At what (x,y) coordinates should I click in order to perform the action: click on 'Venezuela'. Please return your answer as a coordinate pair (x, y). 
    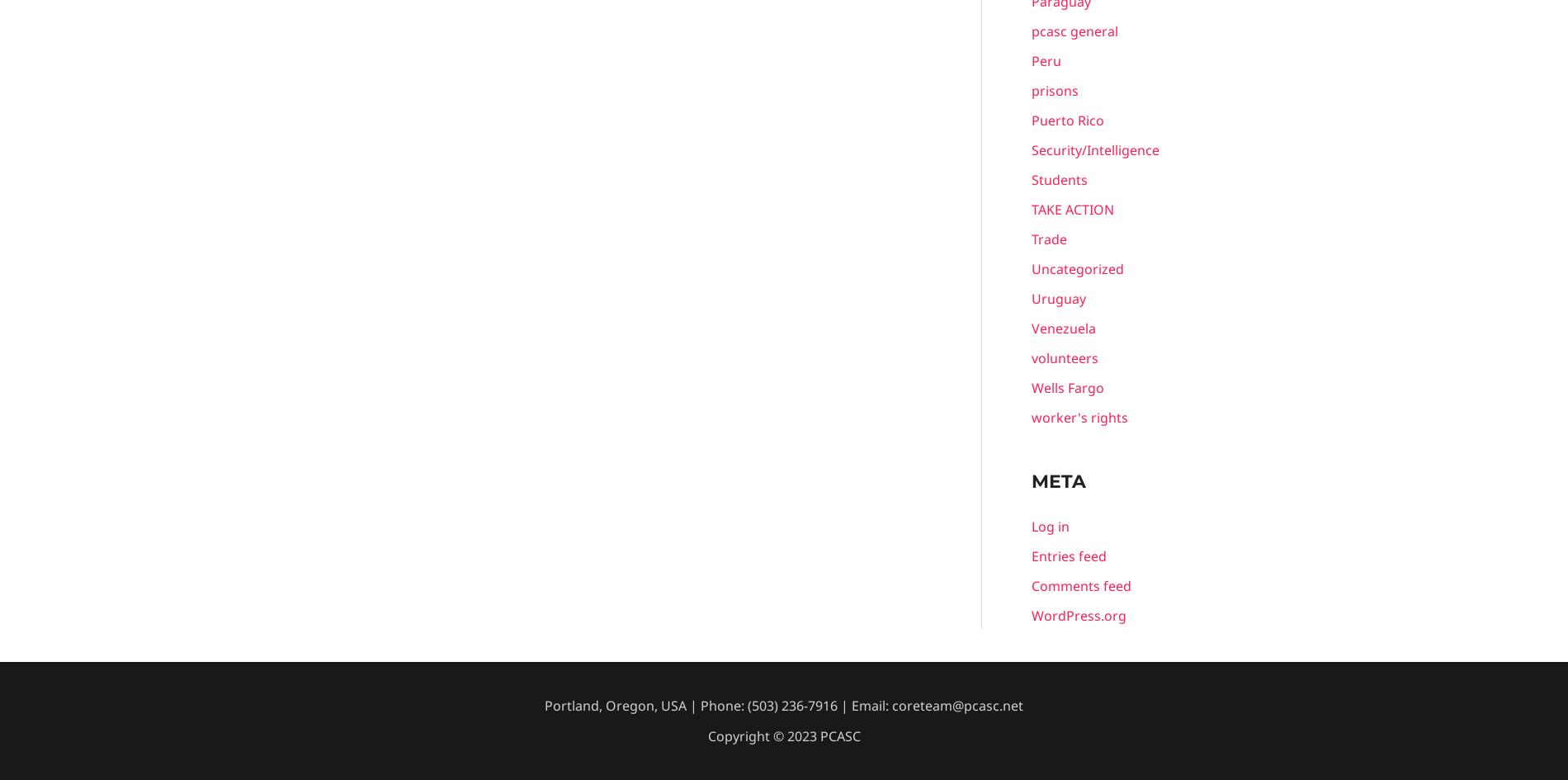
    Looking at the image, I should click on (1062, 328).